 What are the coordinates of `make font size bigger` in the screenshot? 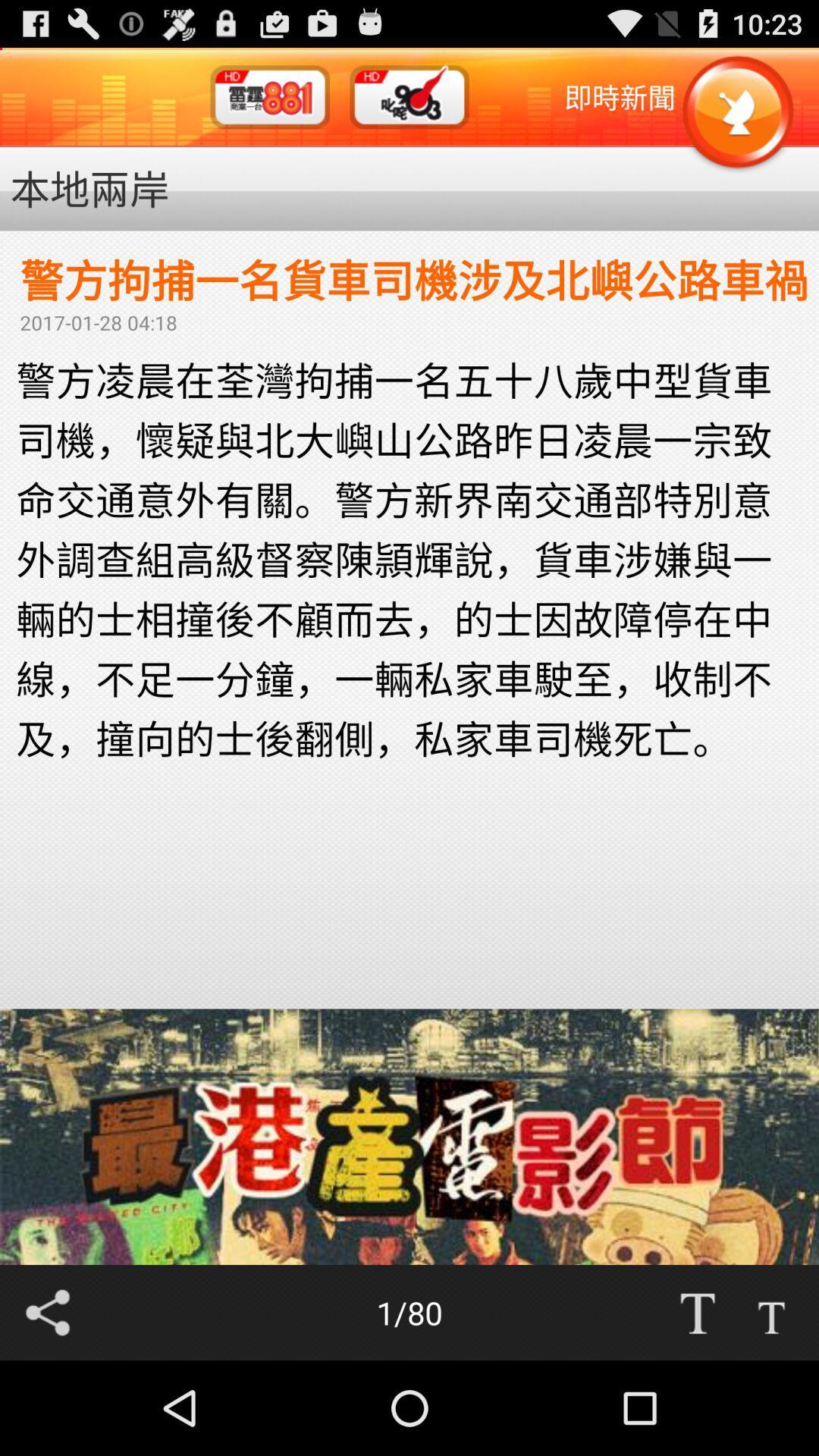 It's located at (697, 1312).